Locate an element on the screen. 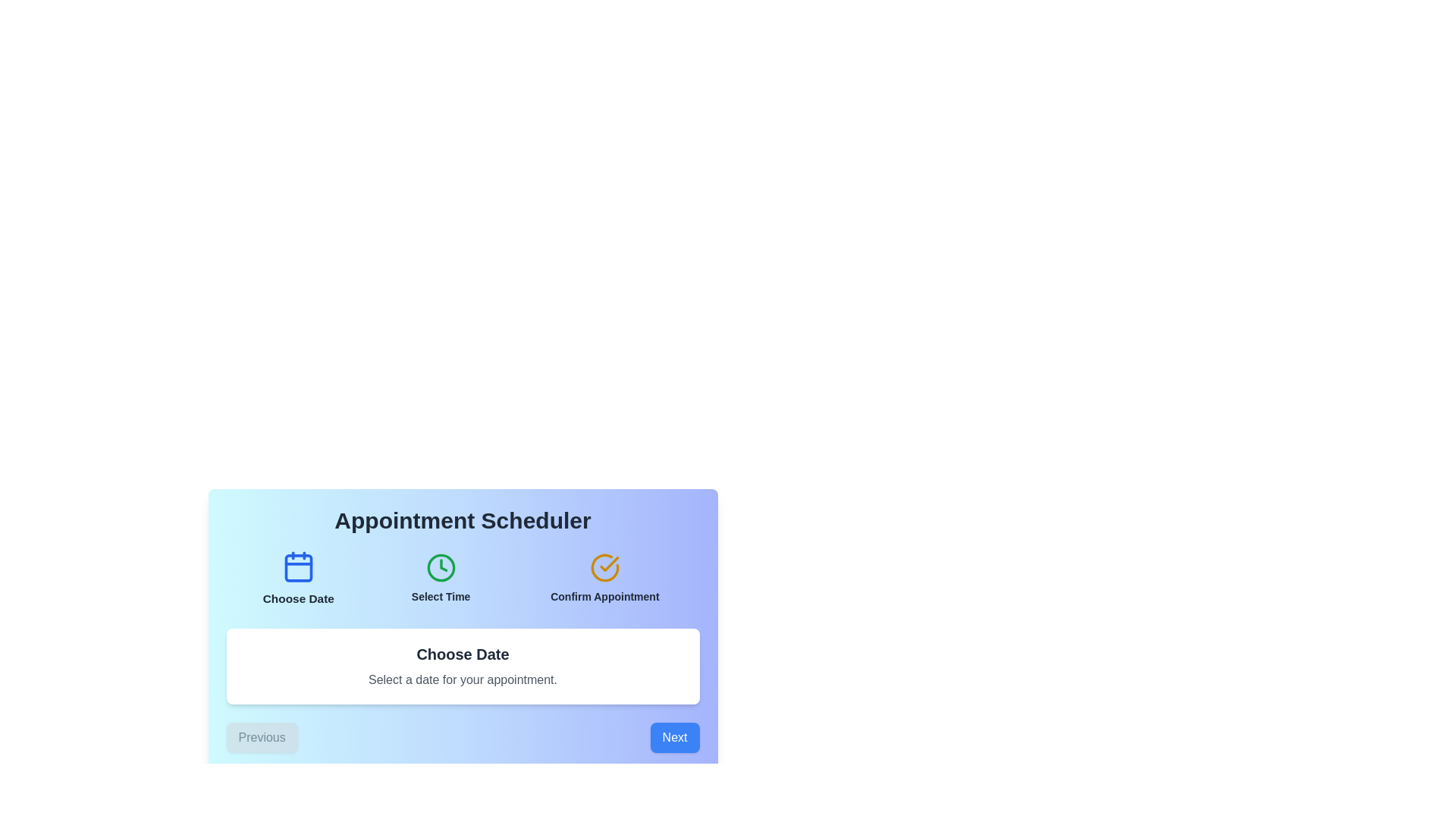 The width and height of the screenshot is (1456, 819). the step icon to observe its details is located at coordinates (298, 579).